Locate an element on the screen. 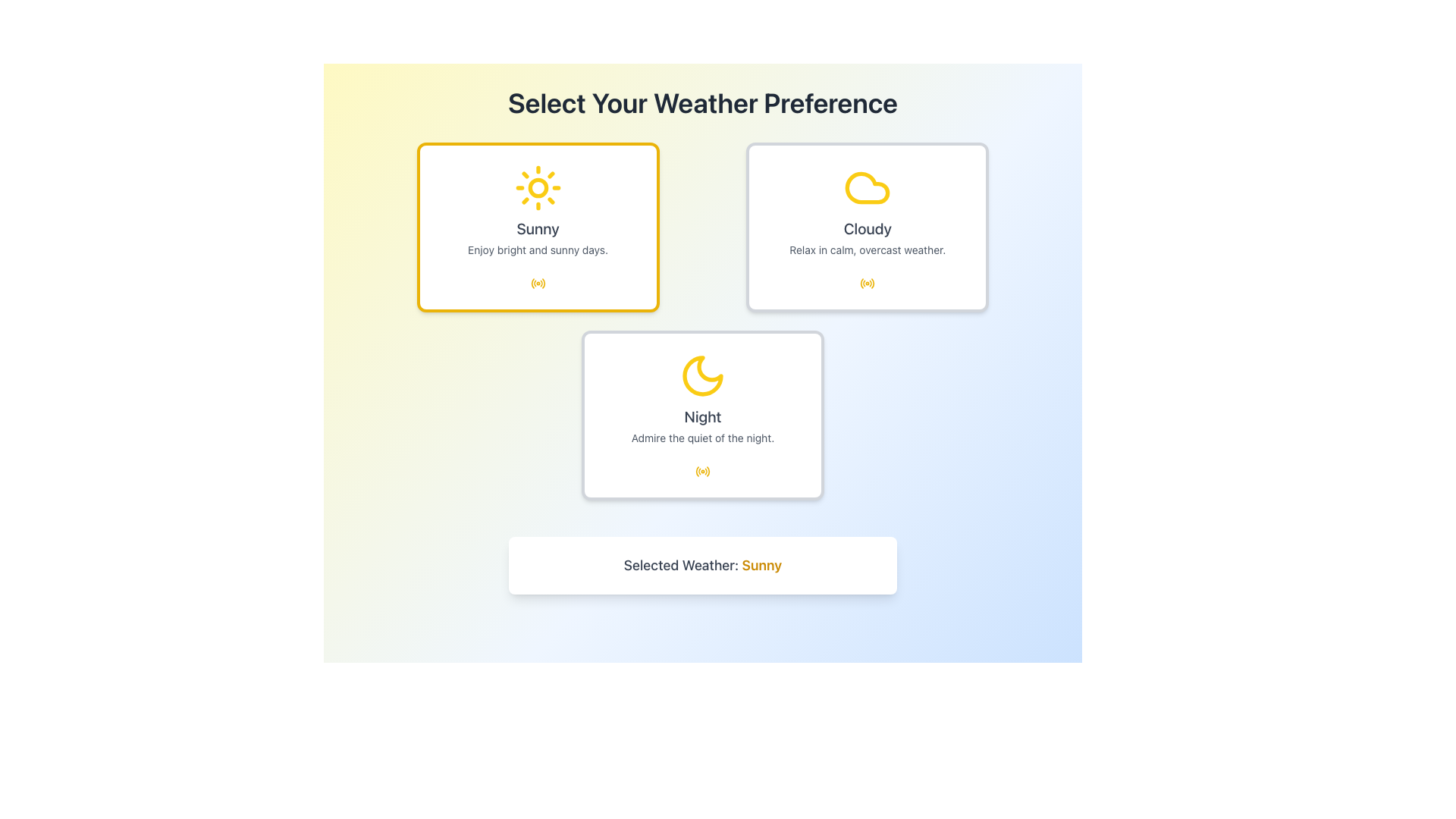 The width and height of the screenshot is (1456, 819). the descriptive subtitle text for the 'Night' option, located at the bottom of the 'Night' card, enhancing the user's understanding of this weather preference is located at coordinates (701, 438).